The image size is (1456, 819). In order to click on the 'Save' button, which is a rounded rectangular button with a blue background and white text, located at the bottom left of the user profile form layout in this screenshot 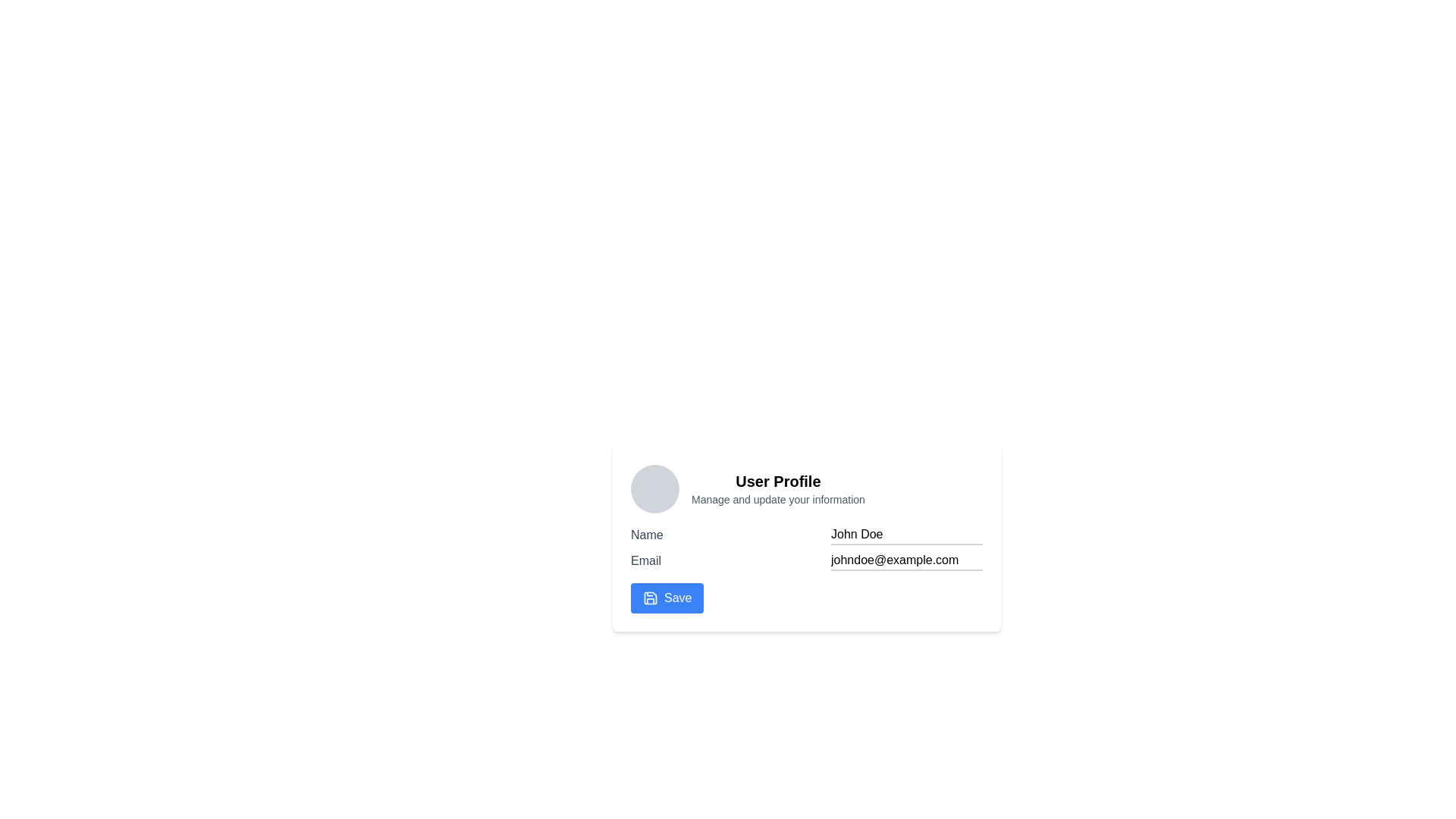, I will do `click(667, 598)`.